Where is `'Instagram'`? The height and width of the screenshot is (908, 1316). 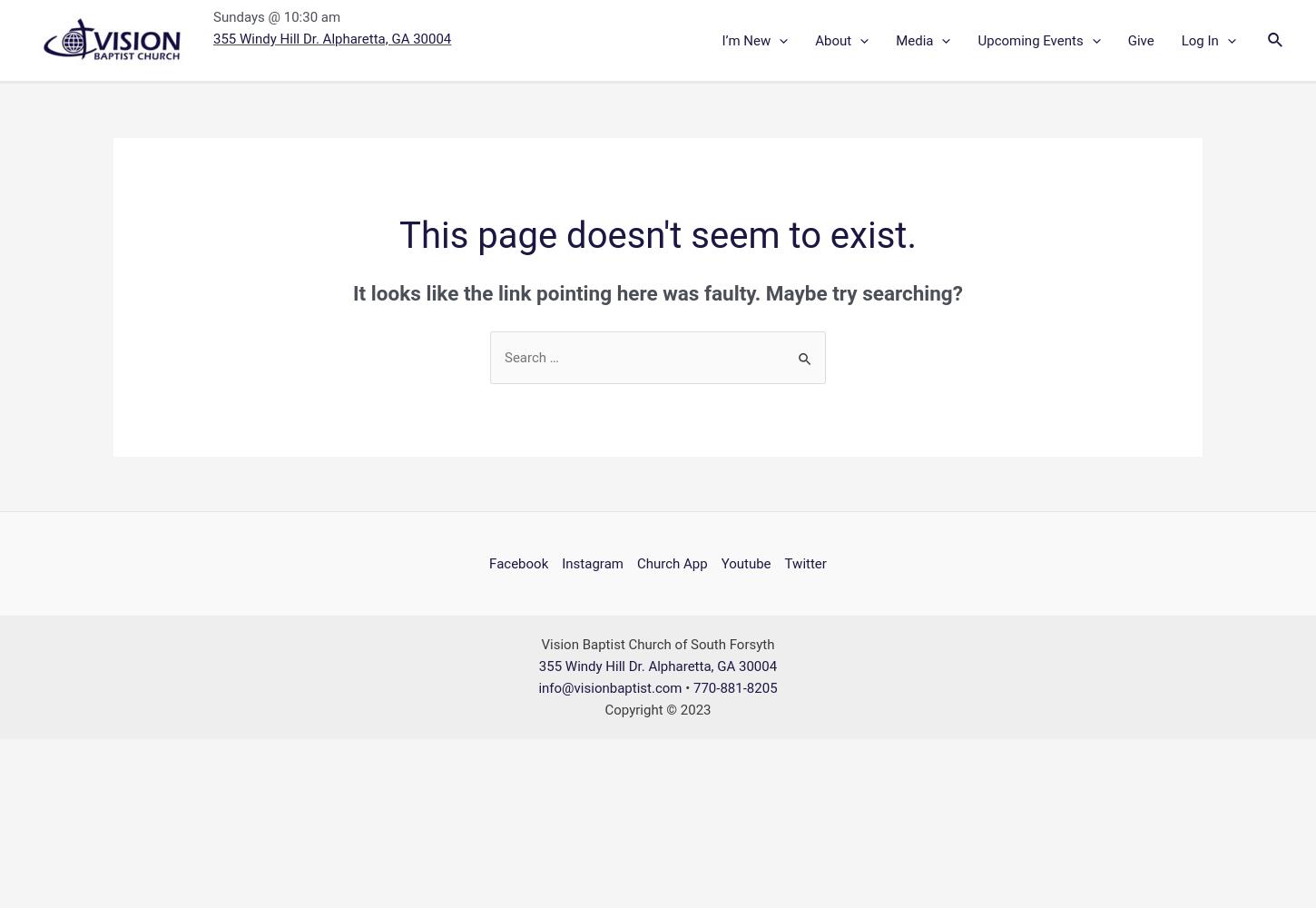
'Instagram' is located at coordinates (591, 562).